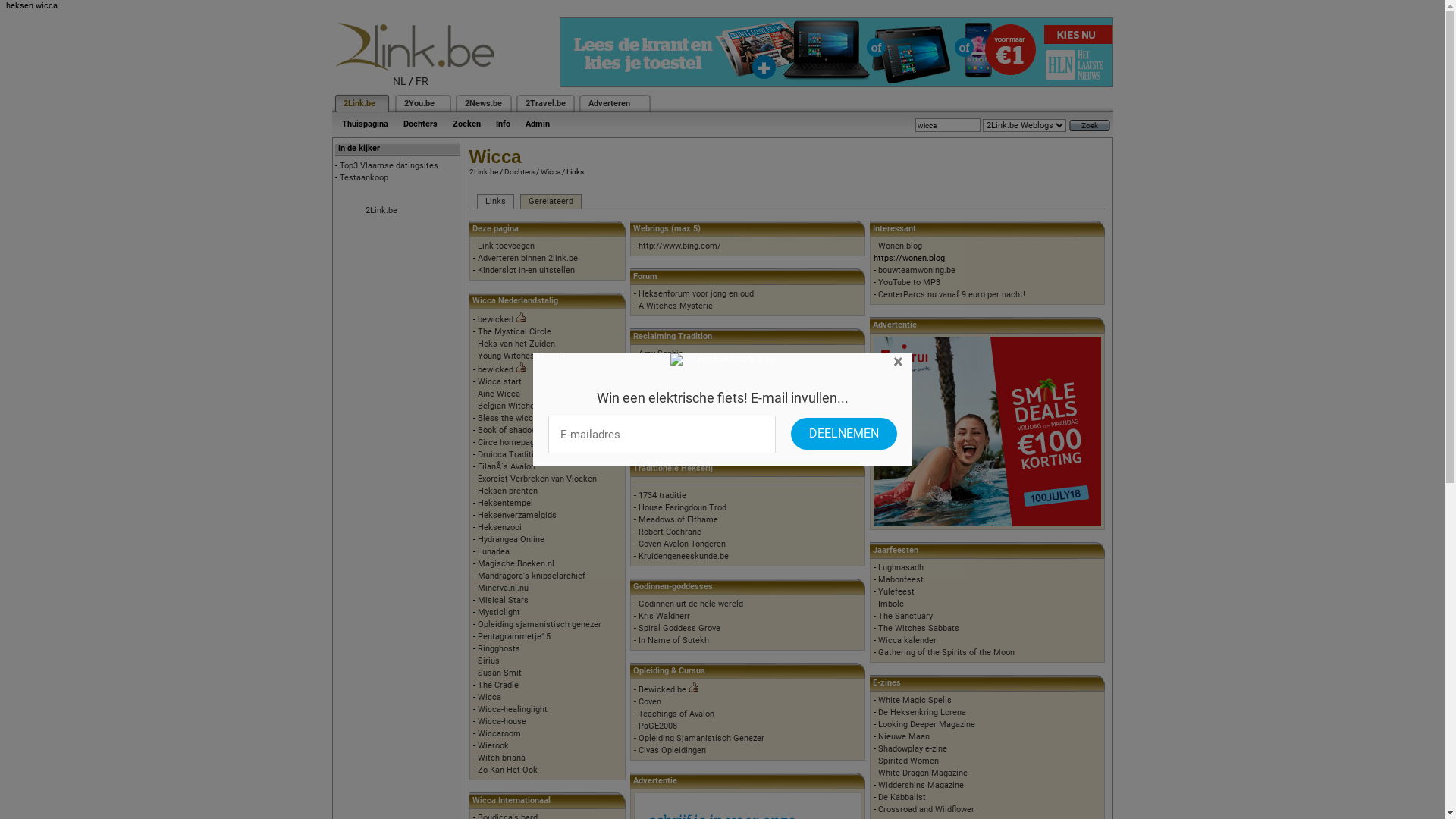  What do you see at coordinates (902, 796) in the screenshot?
I see `'De Kabbalist'` at bounding box center [902, 796].